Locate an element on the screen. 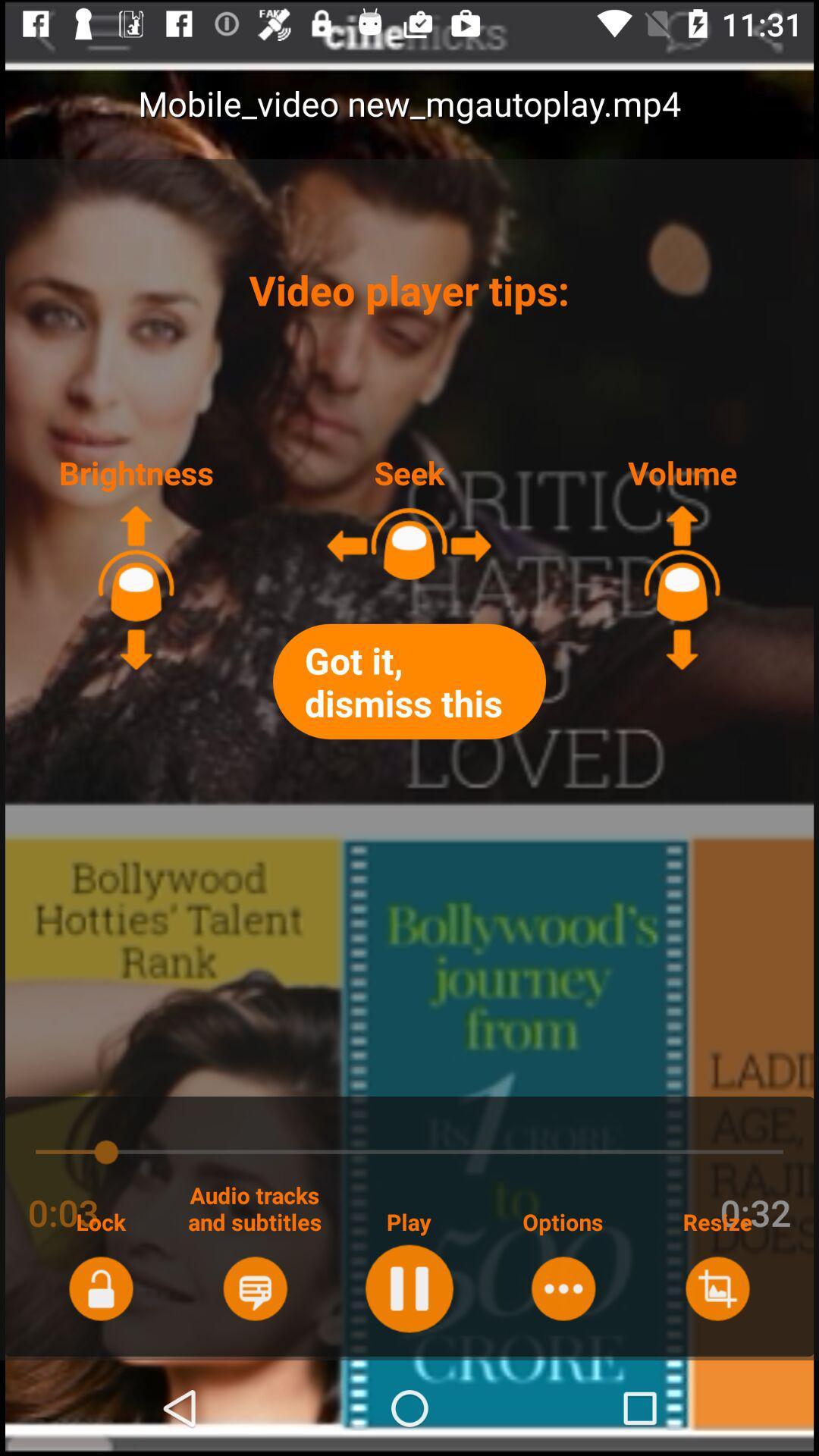  options is located at coordinates (563, 1288).